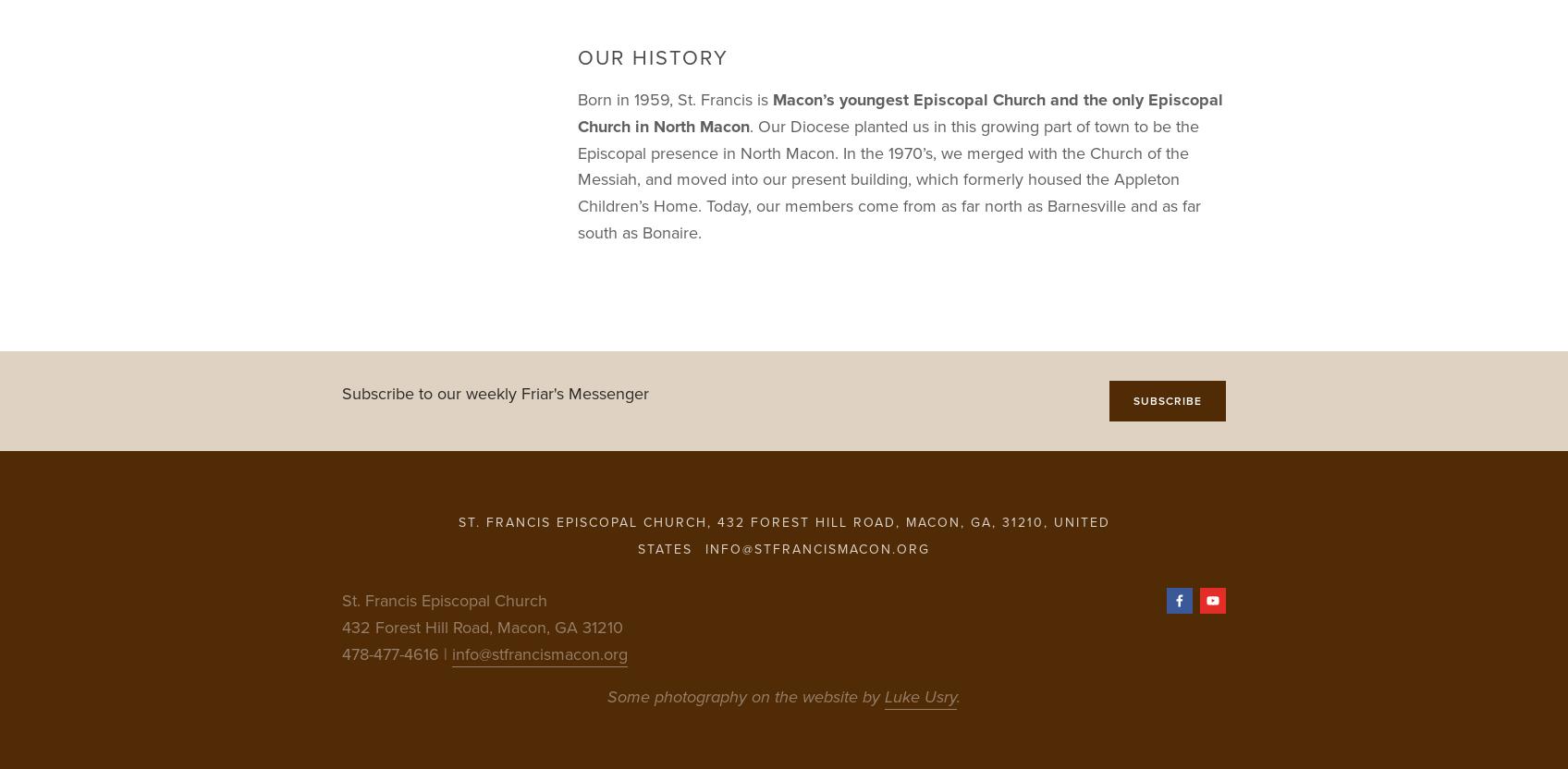  What do you see at coordinates (397, 653) in the screenshot?
I see `'478-477-4616 |'` at bounding box center [397, 653].